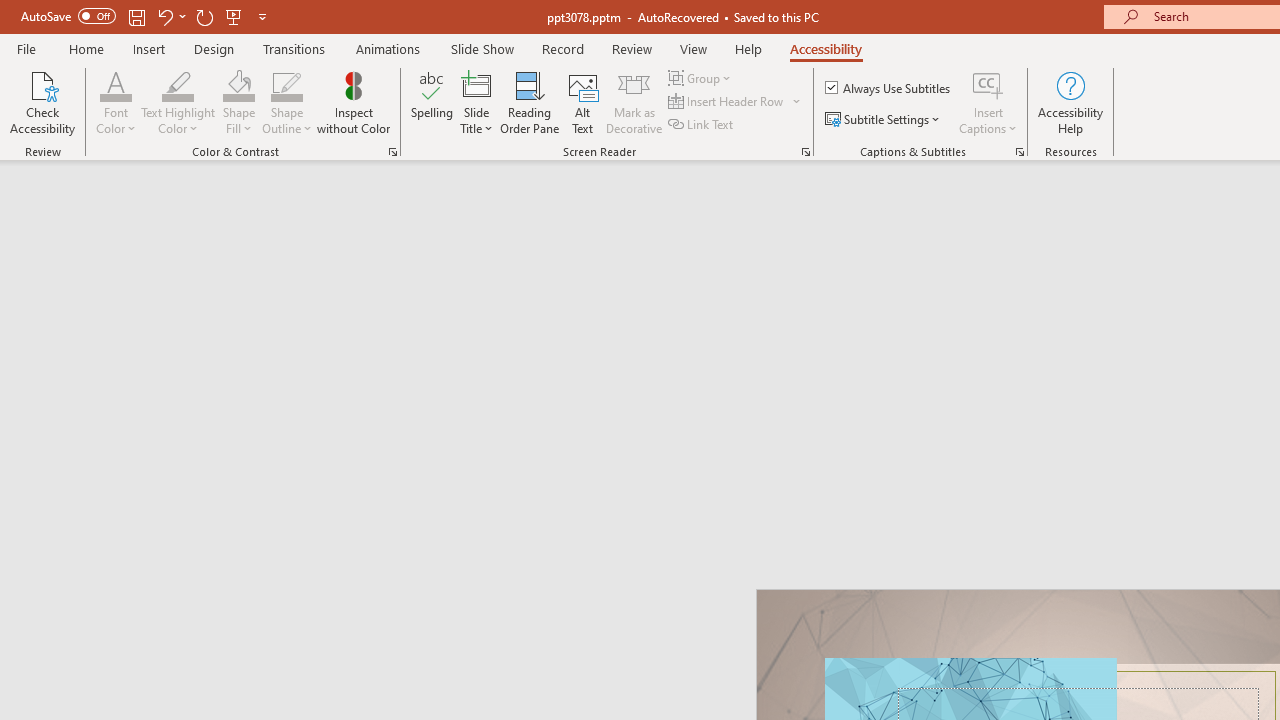  I want to click on 'Accessibility Help', so click(1069, 103).